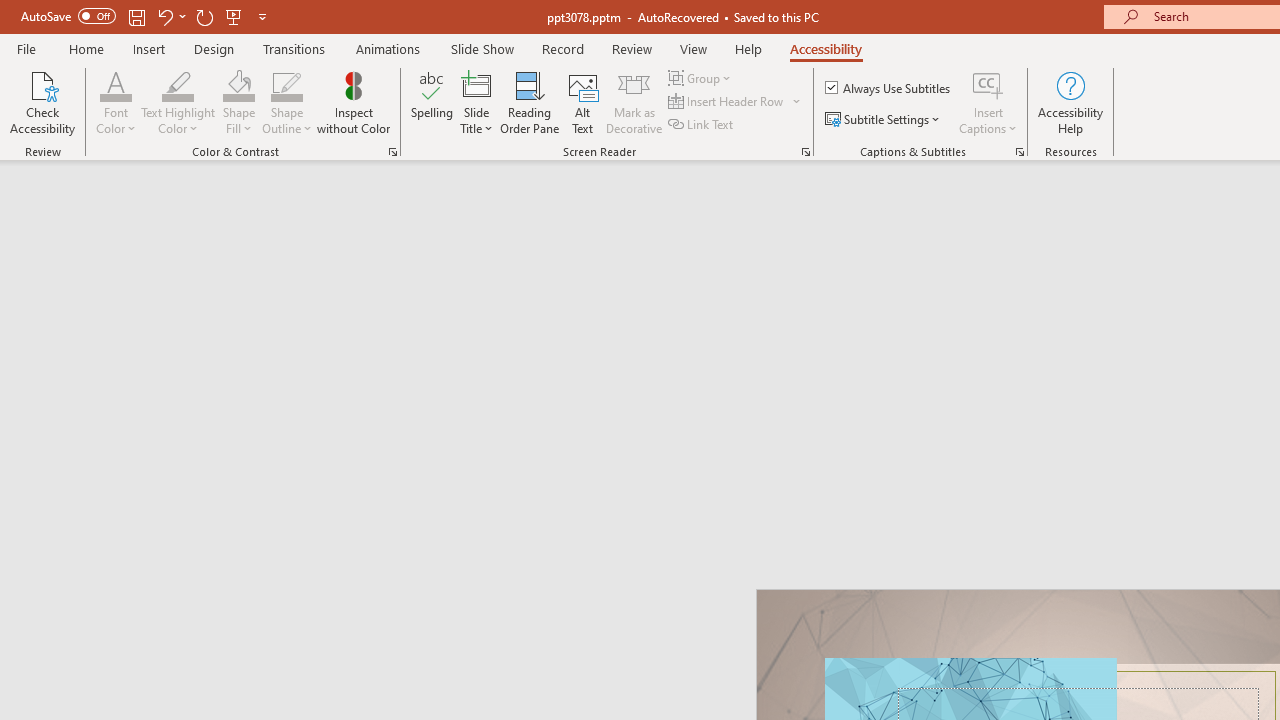  I want to click on 'Accessibility Help', so click(1069, 103).